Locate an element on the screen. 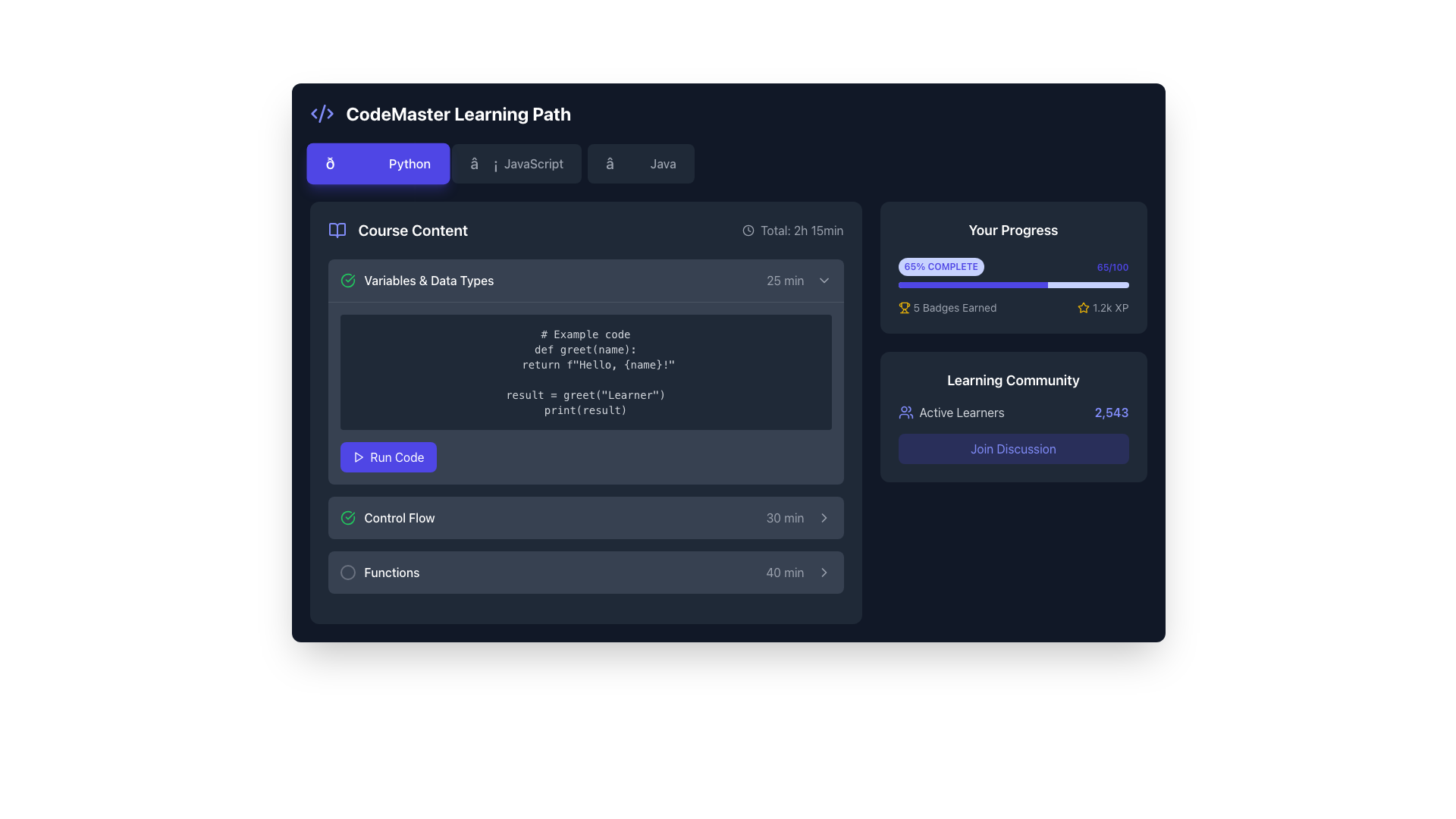  the icon indicating that the topic 'Variables & Data Types' has been completed, located to the left of the text within the course content section is located at coordinates (347, 281).